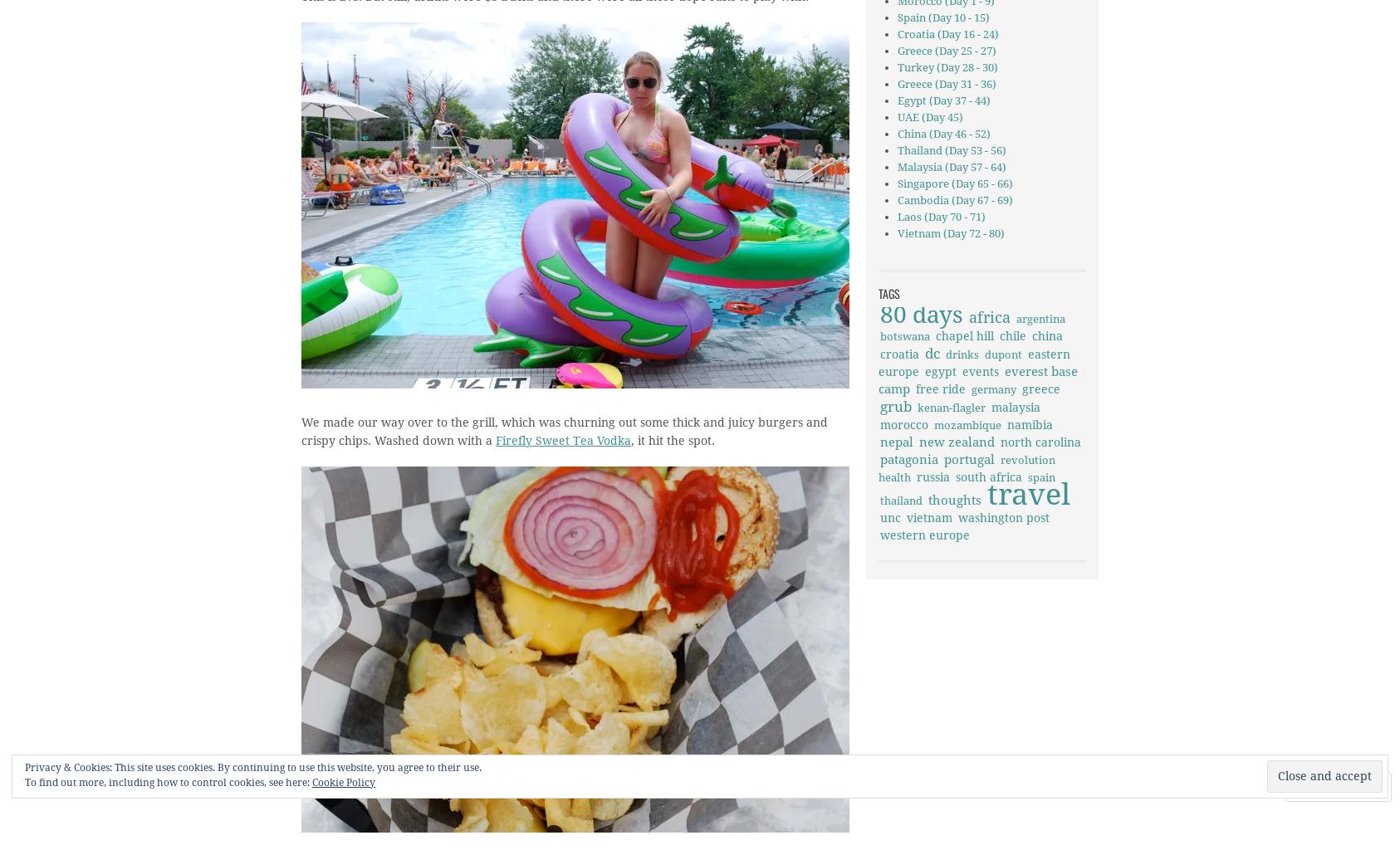  Describe the element at coordinates (950, 167) in the screenshot. I see `'Malaysia (Day 57 - 64)'` at that location.